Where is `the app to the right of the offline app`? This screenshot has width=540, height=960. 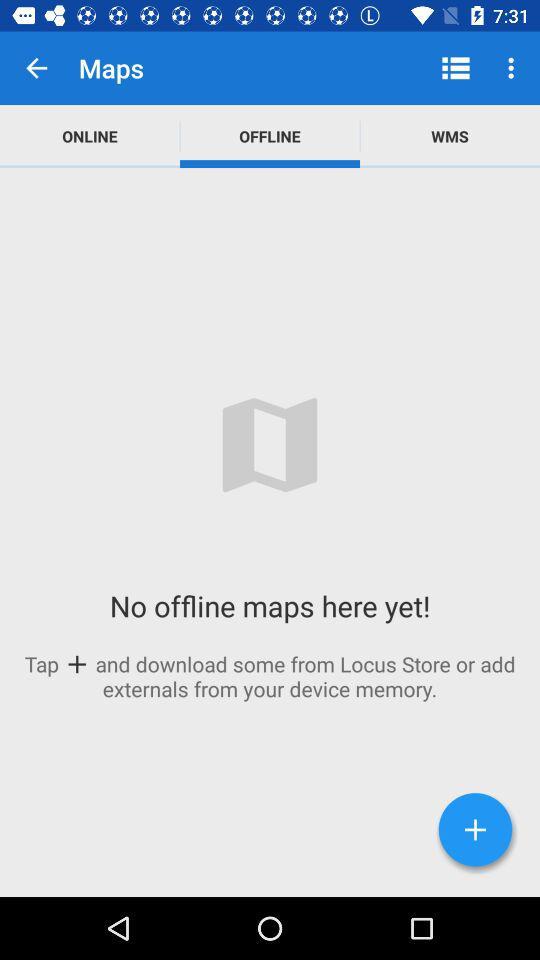 the app to the right of the offline app is located at coordinates (449, 135).